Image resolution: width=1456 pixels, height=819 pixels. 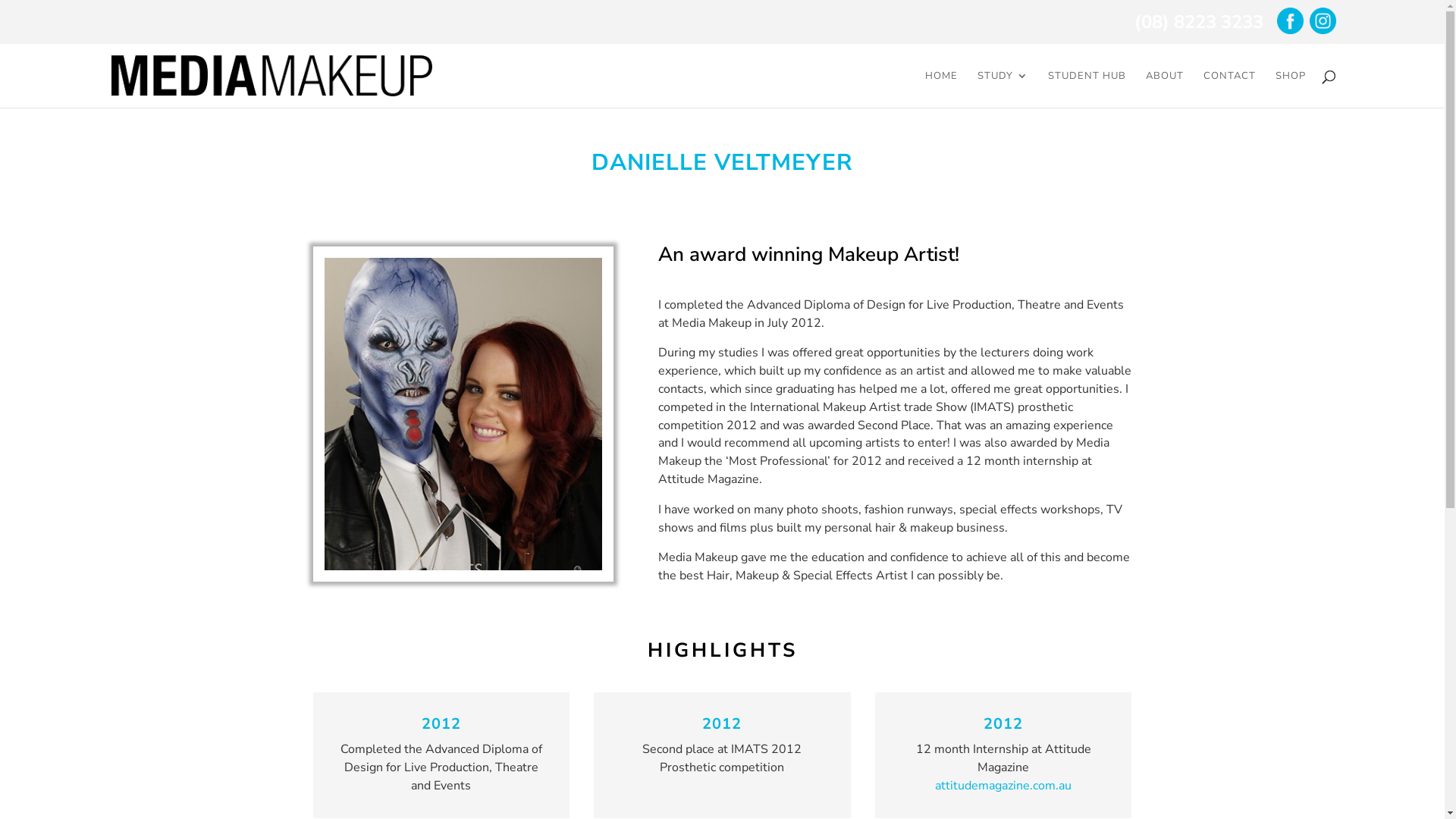 I want to click on 'STUDENT HUB', so click(x=1086, y=89).